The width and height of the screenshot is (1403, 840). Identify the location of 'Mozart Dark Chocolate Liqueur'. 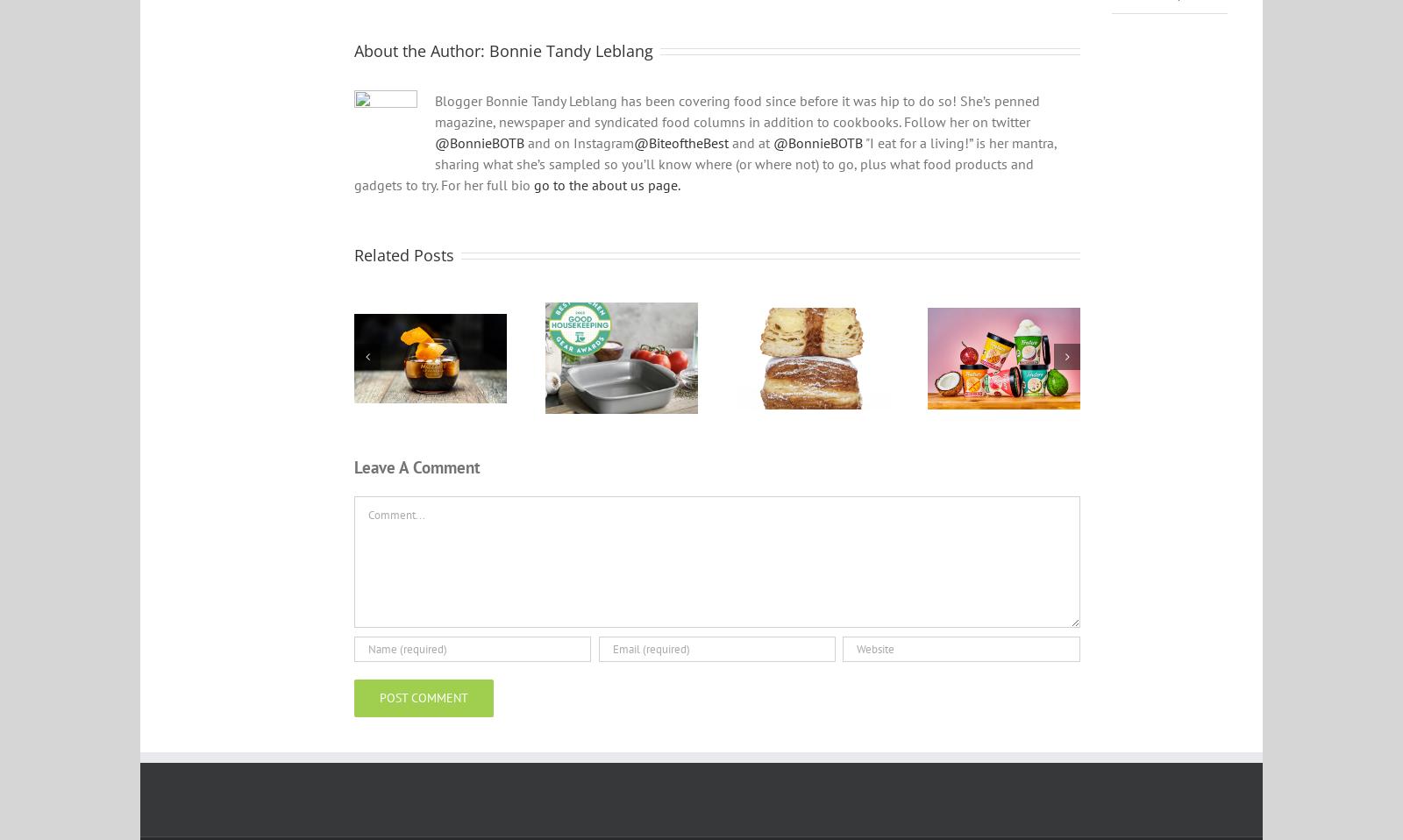
(429, 388).